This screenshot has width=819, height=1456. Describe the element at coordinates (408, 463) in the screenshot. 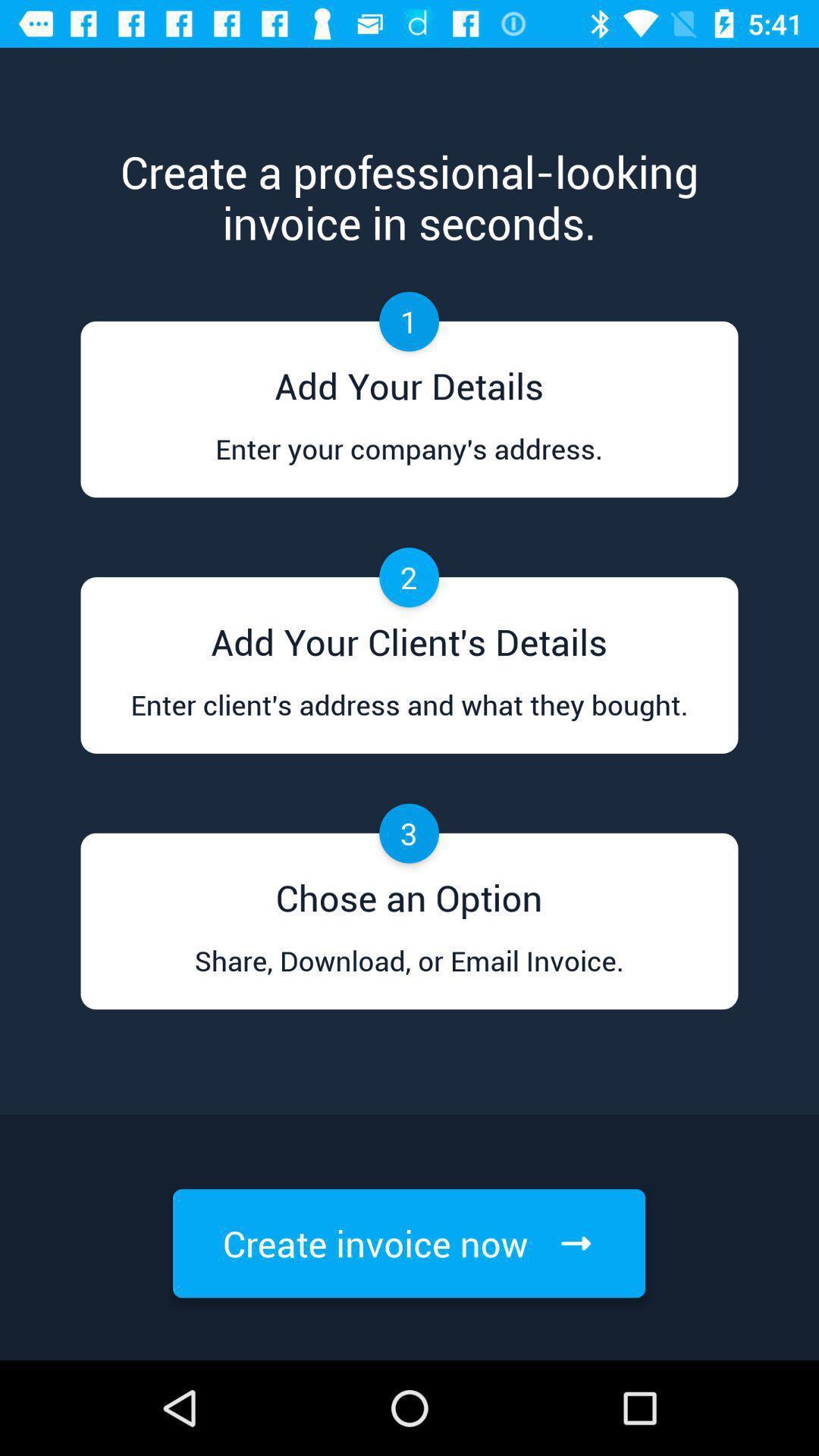

I see `the companys address in first option` at that location.